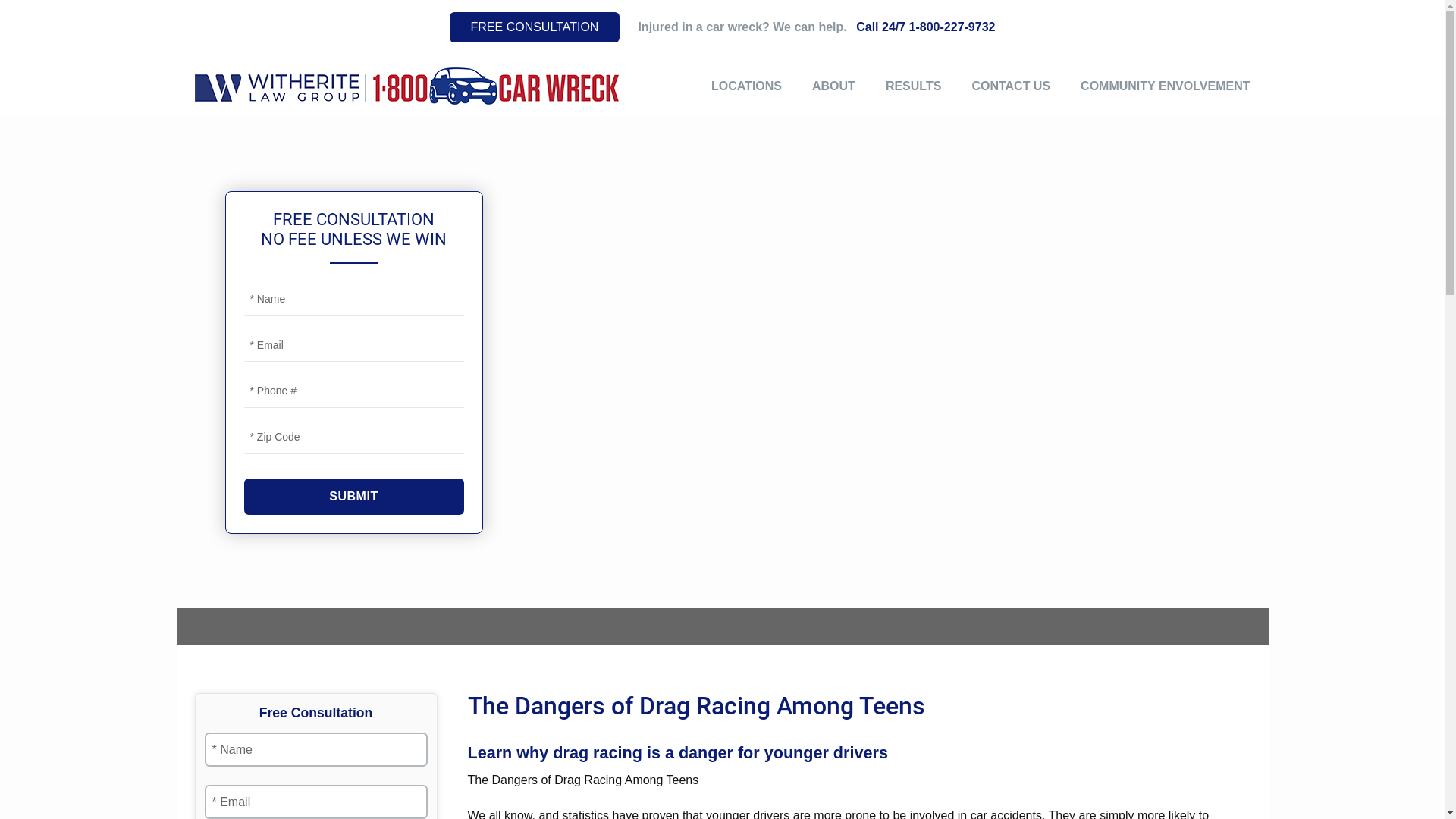 The image size is (1456, 819). Describe the element at coordinates (811, 86) in the screenshot. I see `'ABOUT'` at that location.